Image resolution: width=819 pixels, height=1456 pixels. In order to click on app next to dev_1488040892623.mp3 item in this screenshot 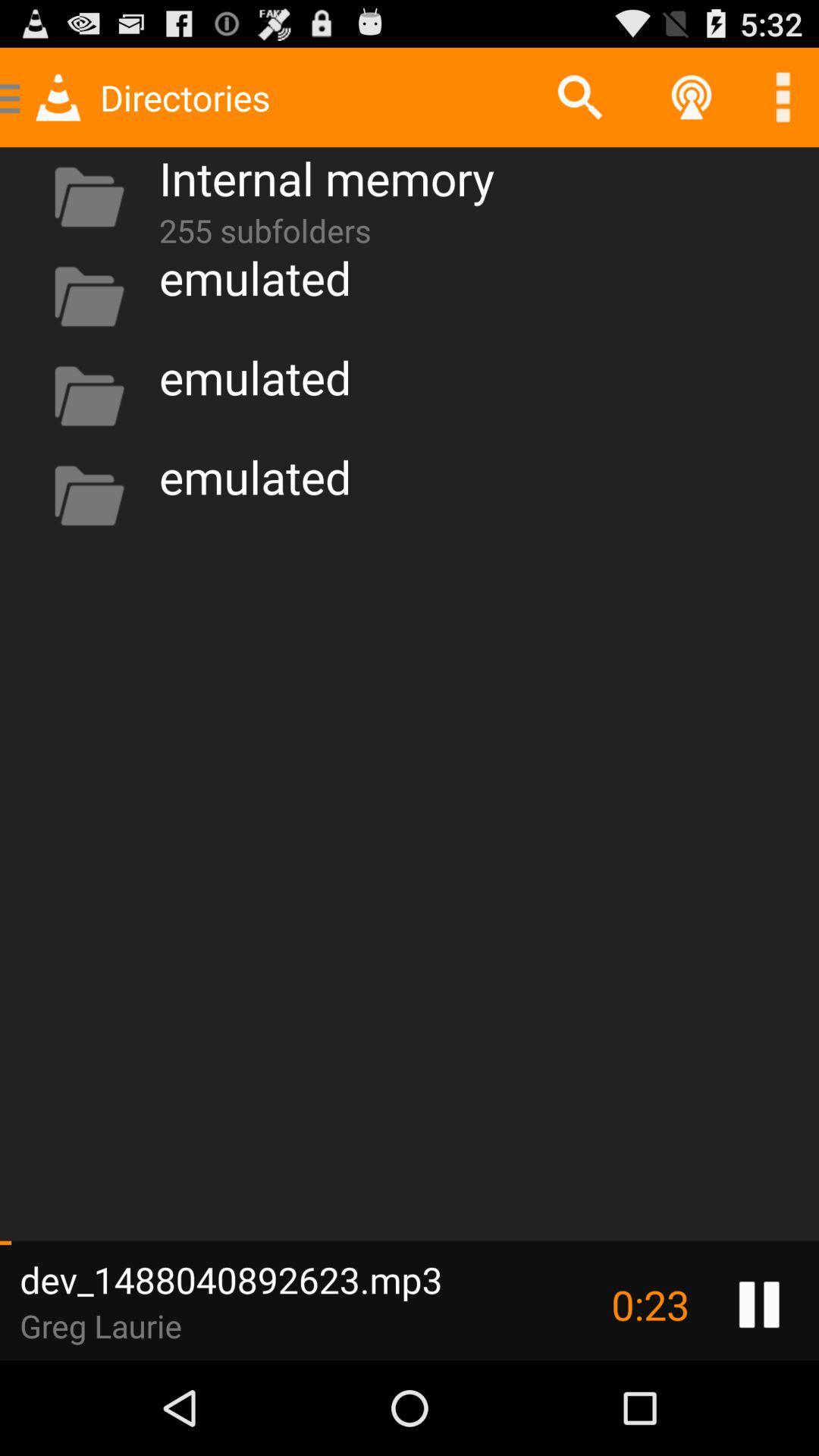, I will do `click(649, 1304)`.